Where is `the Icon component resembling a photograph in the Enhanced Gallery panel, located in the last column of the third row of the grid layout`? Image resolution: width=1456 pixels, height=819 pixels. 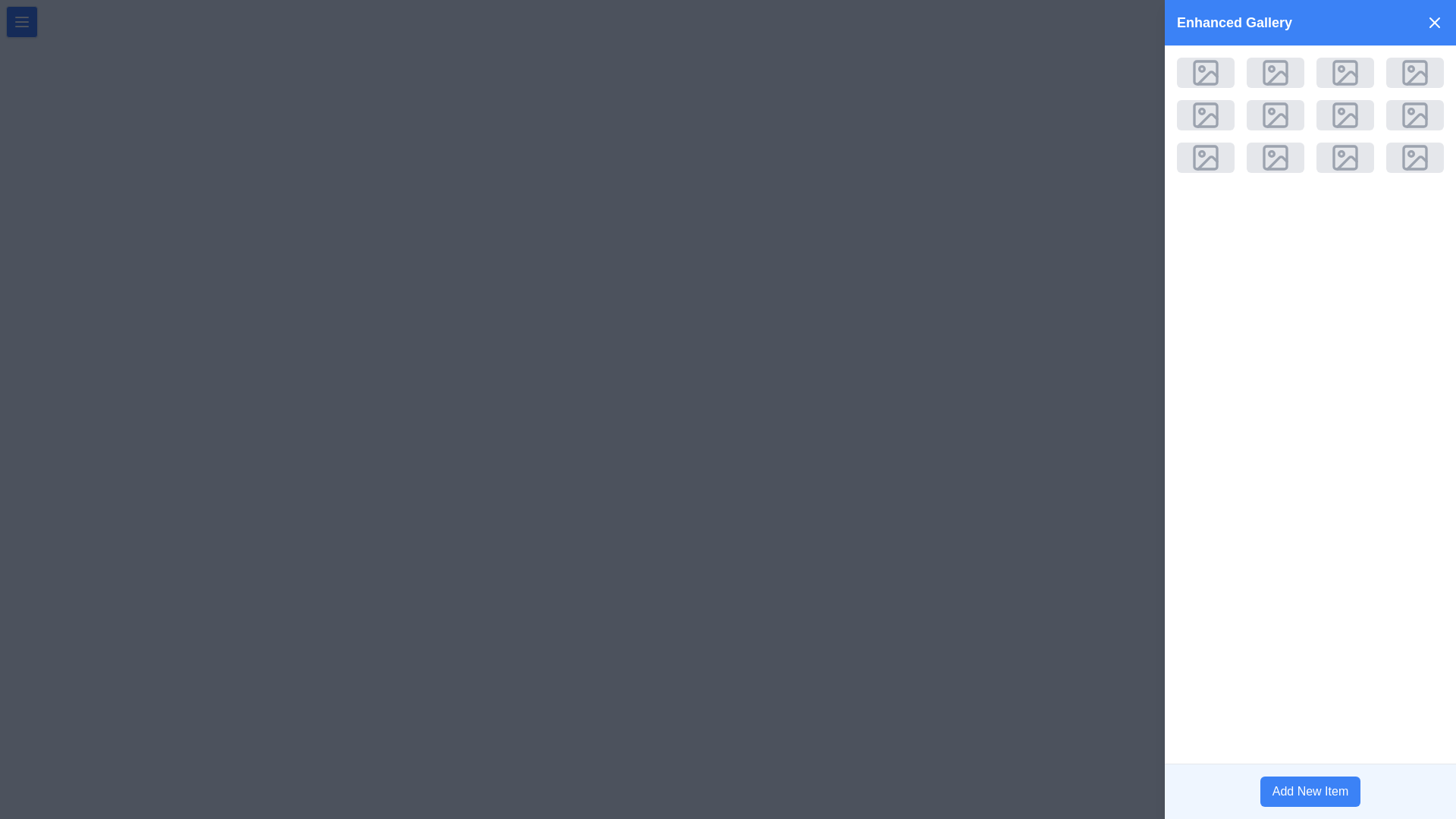
the Icon component resembling a photograph in the Enhanced Gallery panel, located in the last column of the third row of the grid layout is located at coordinates (1414, 114).